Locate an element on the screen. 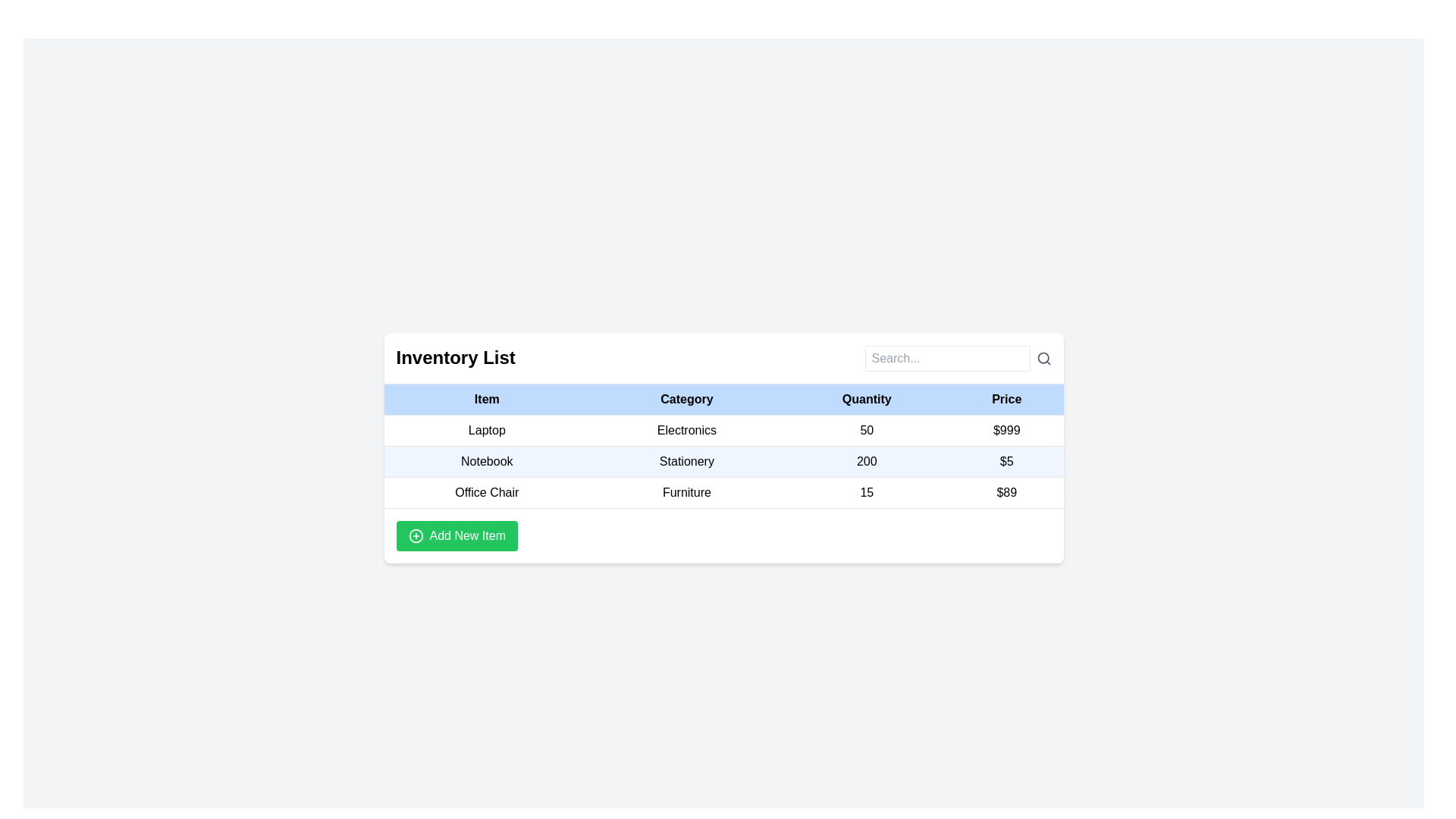  the quantity text element representing '50' for the inventory item 'Laptop' in the third column of the first row in the table is located at coordinates (867, 430).